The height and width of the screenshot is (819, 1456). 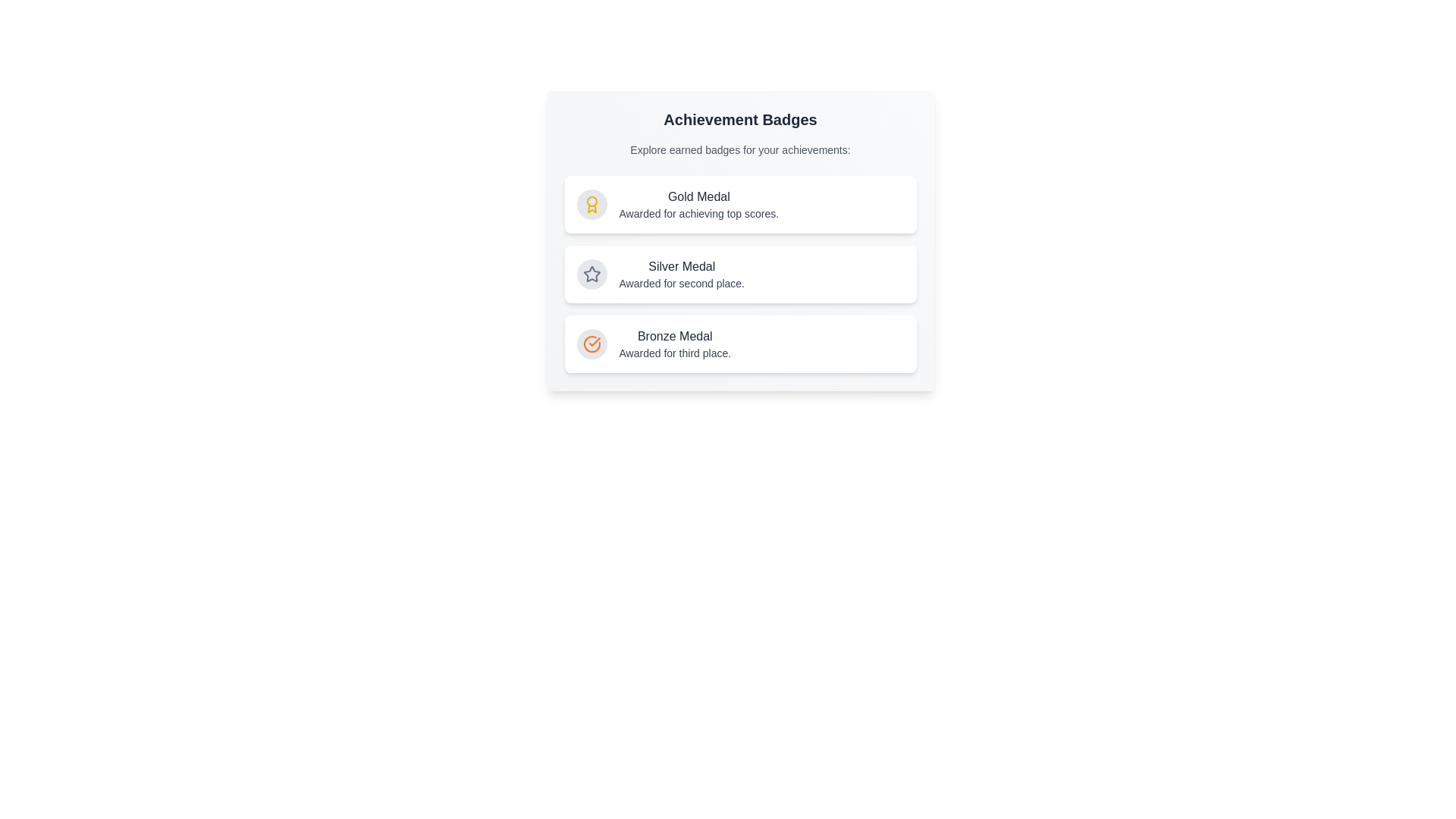 I want to click on SVG Circle element that visually represents a medal or achievement symbol, located at the center of the award icon to the left of the 'Gold Medal' label in the 'Gold Medal' badge, so click(x=591, y=201).